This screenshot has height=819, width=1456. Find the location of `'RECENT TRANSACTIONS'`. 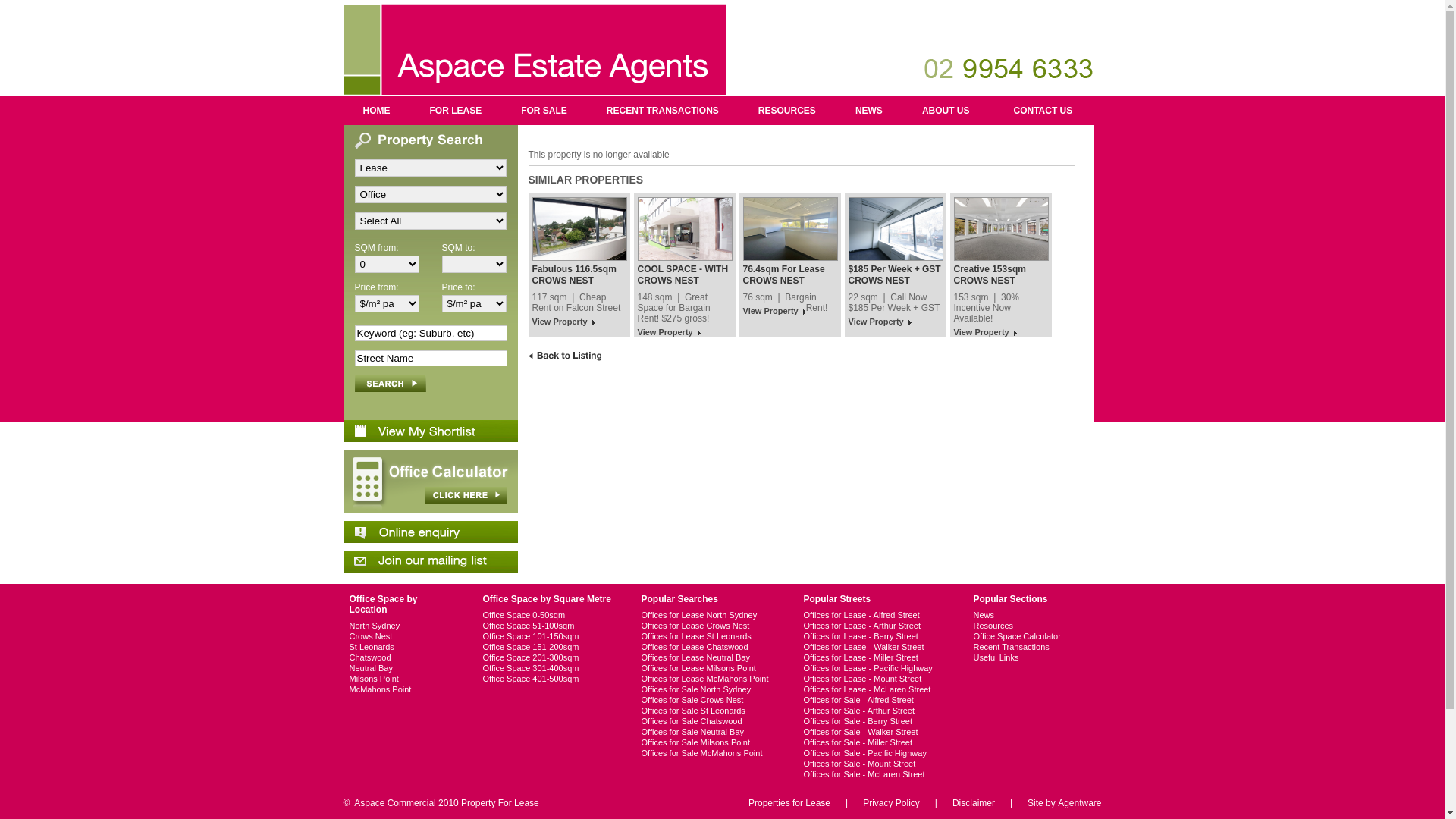

'RECENT TRANSACTIONS' is located at coordinates (662, 110).